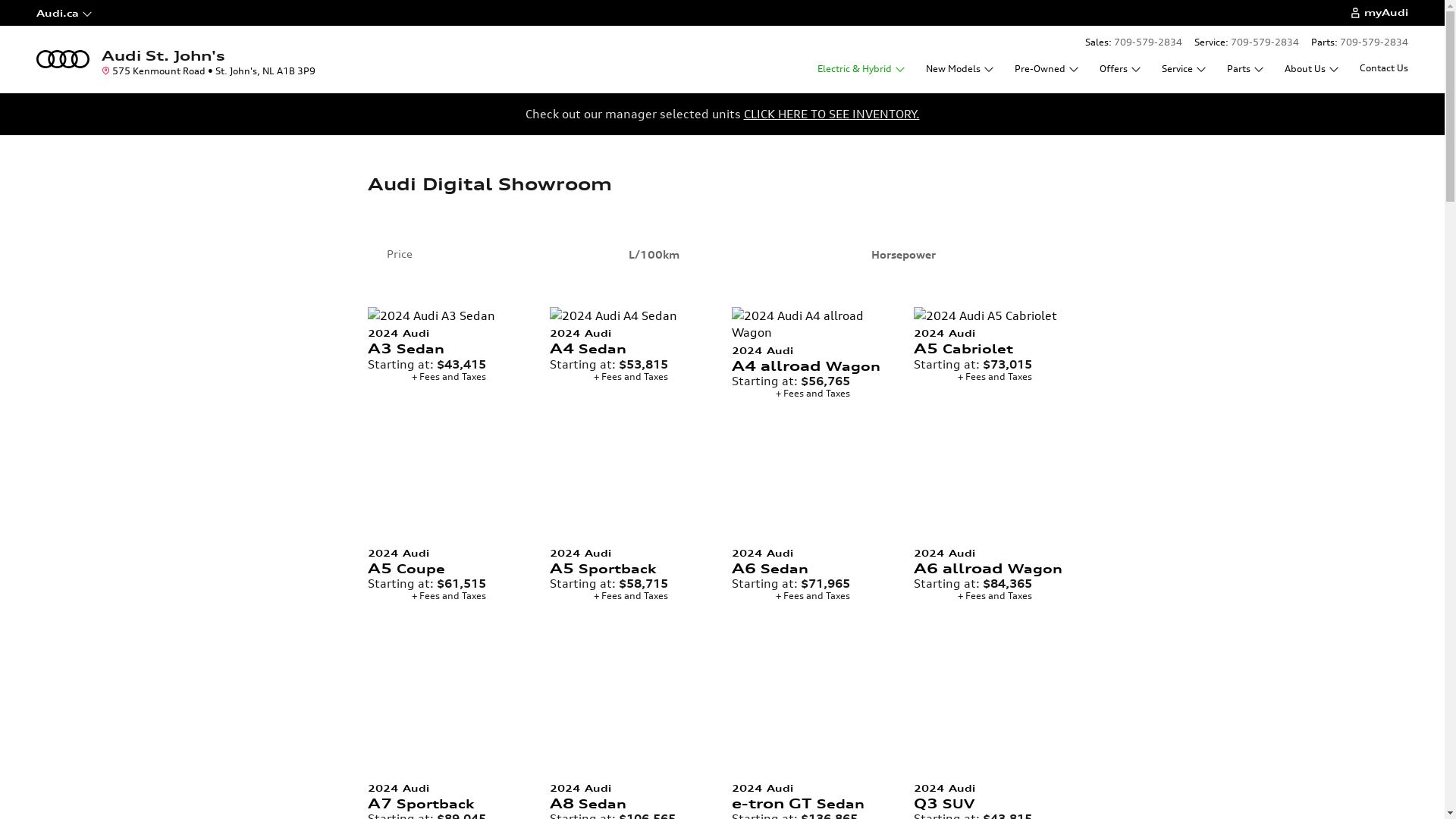 The width and height of the screenshot is (1456, 819). What do you see at coordinates (206, 70) in the screenshot?
I see `'575 Kenmount Road` at bounding box center [206, 70].